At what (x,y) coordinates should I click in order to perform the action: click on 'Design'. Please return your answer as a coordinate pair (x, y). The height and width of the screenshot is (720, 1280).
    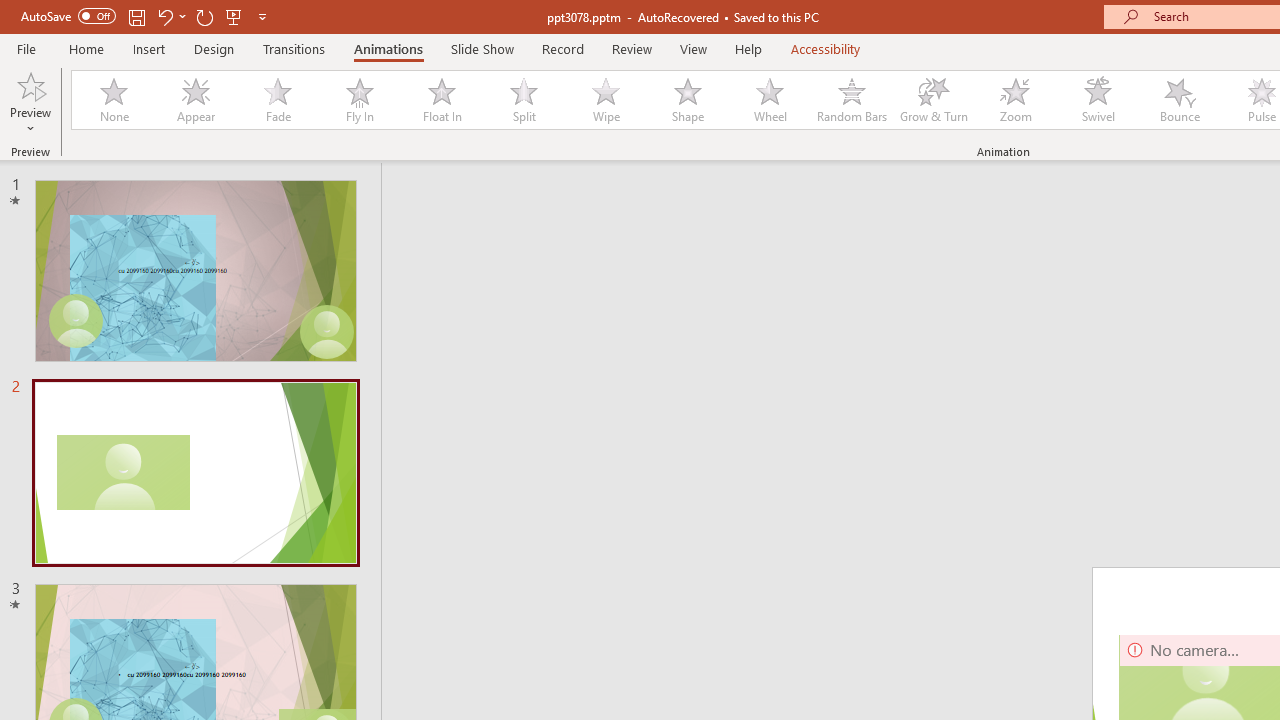
    Looking at the image, I should click on (214, 48).